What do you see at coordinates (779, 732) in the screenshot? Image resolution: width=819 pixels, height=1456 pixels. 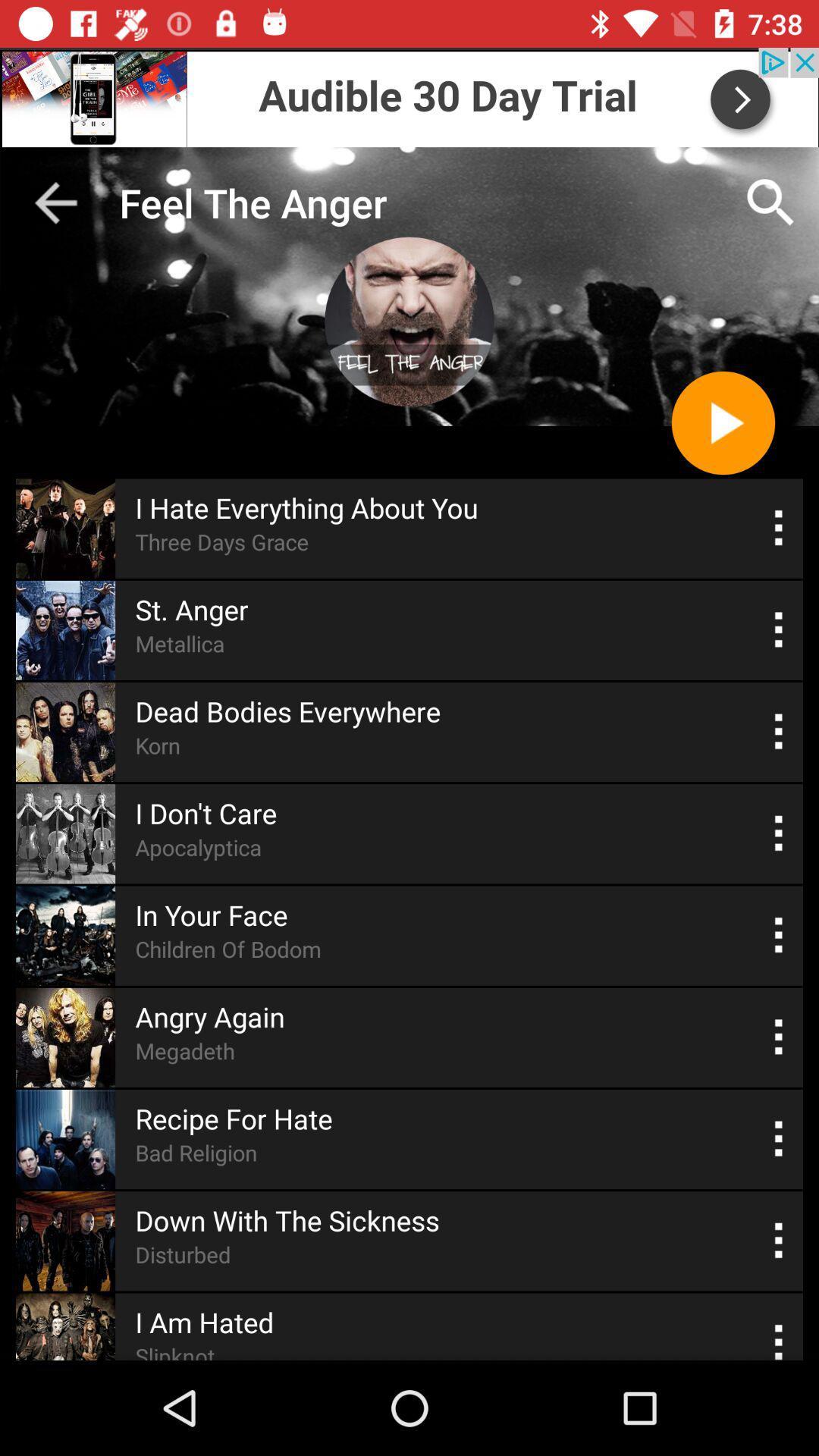 I see `more options` at bounding box center [779, 732].